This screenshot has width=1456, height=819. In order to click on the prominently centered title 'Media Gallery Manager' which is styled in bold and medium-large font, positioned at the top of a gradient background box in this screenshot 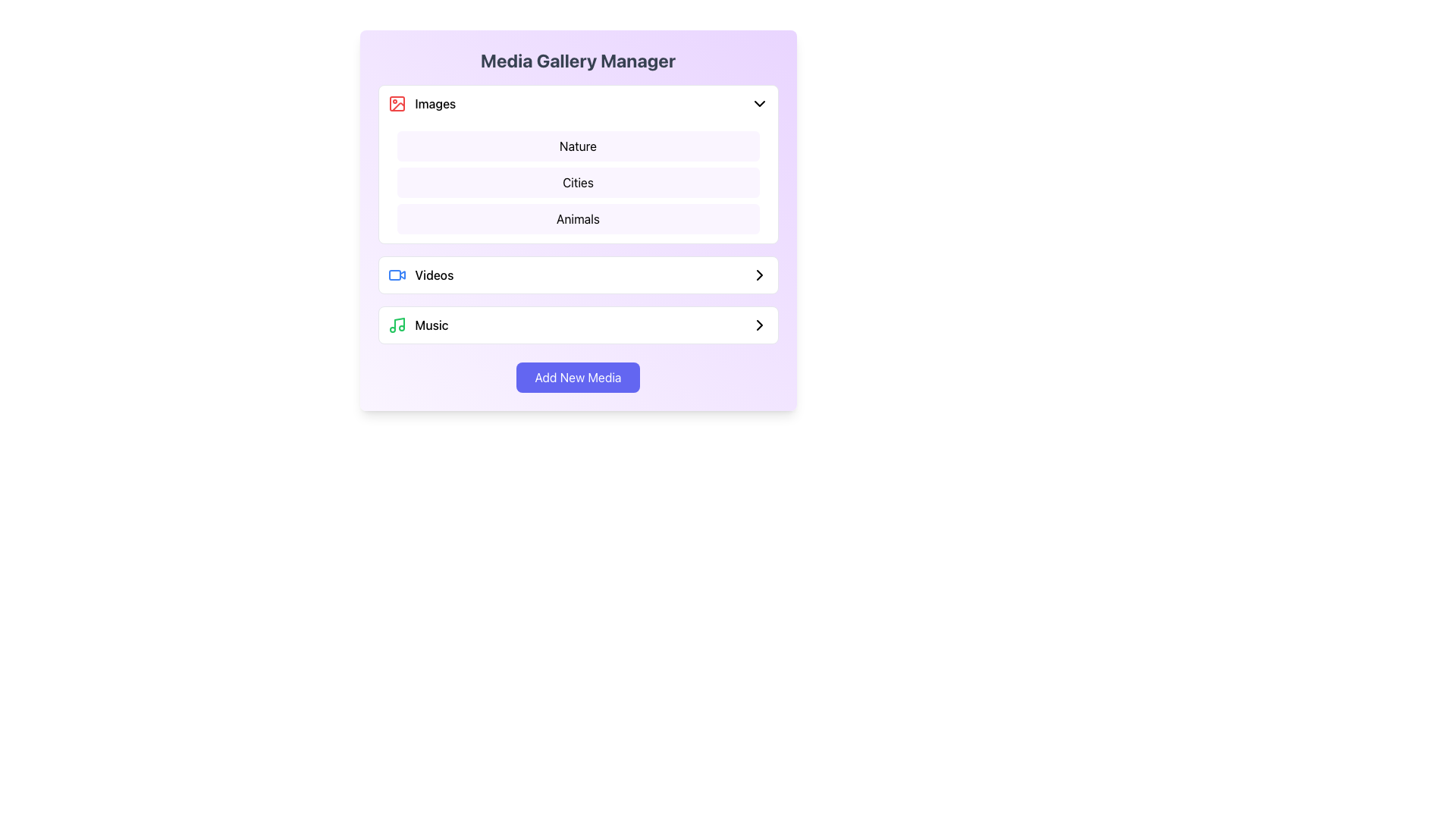, I will do `click(577, 60)`.